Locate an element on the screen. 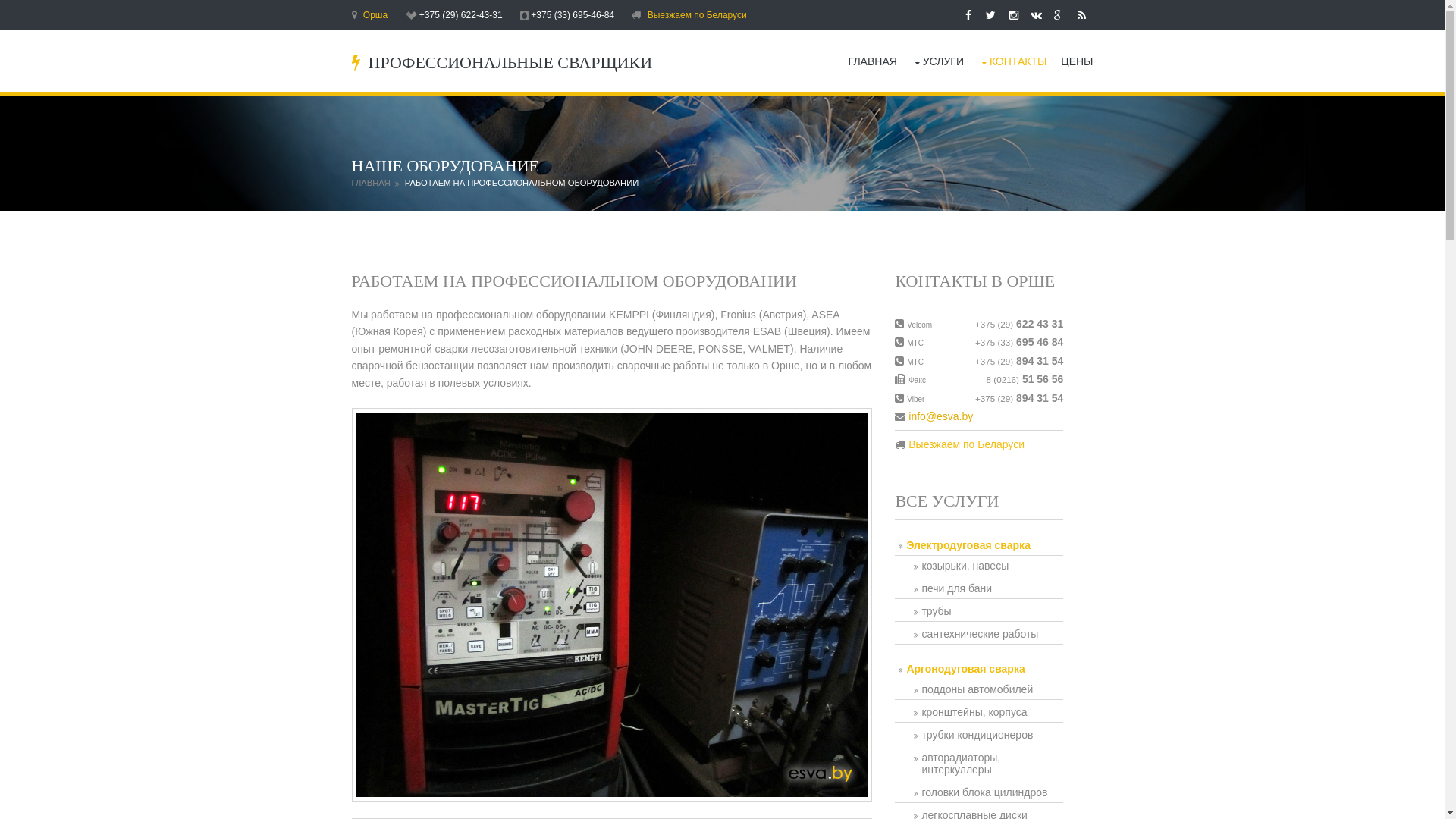 The height and width of the screenshot is (819, 1456). 'info@esva.by' is located at coordinates (908, 416).